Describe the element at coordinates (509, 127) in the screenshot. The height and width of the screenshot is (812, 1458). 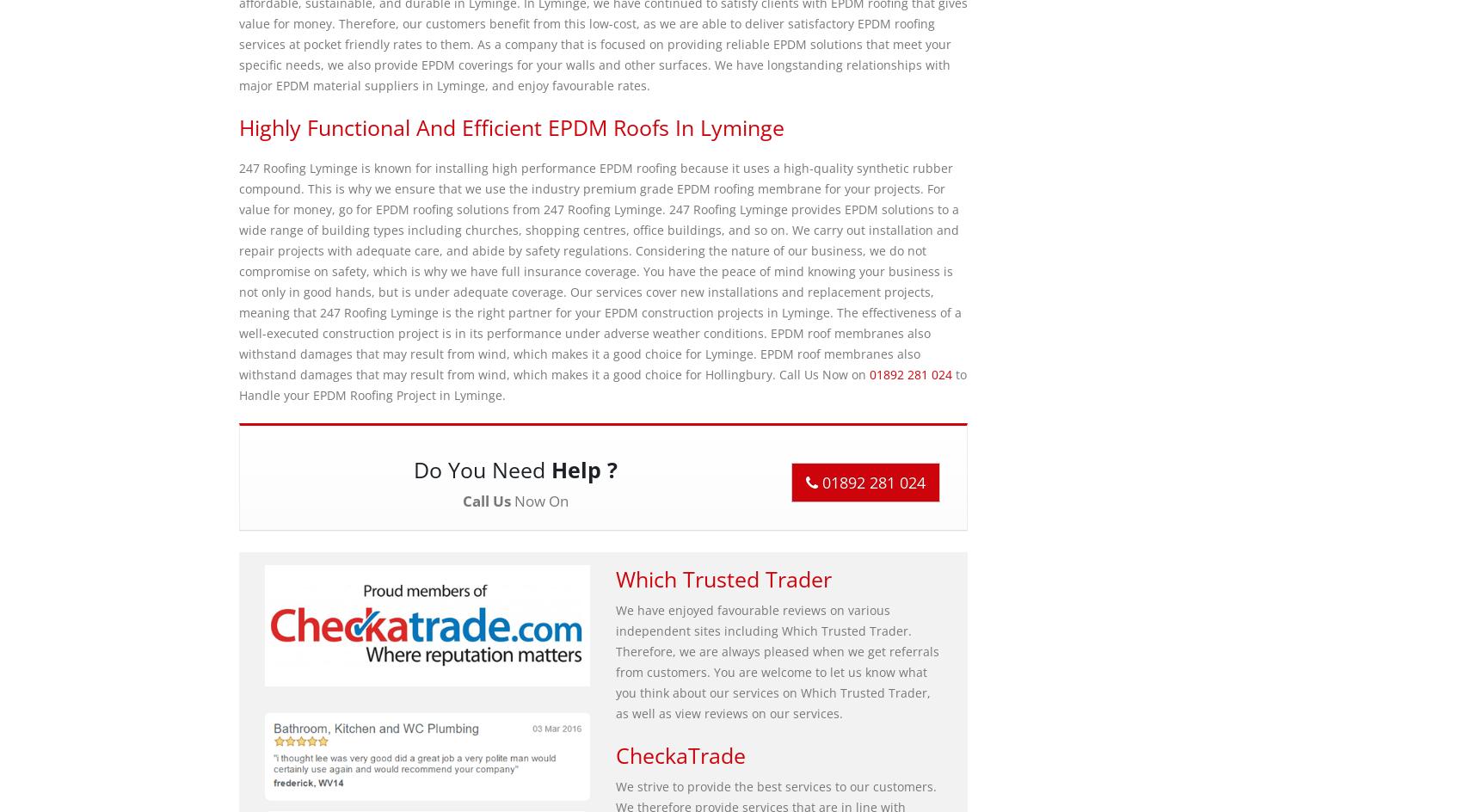
I see `'Highly Functional and Efficient EPDM Roofs in Lyminge'` at that location.